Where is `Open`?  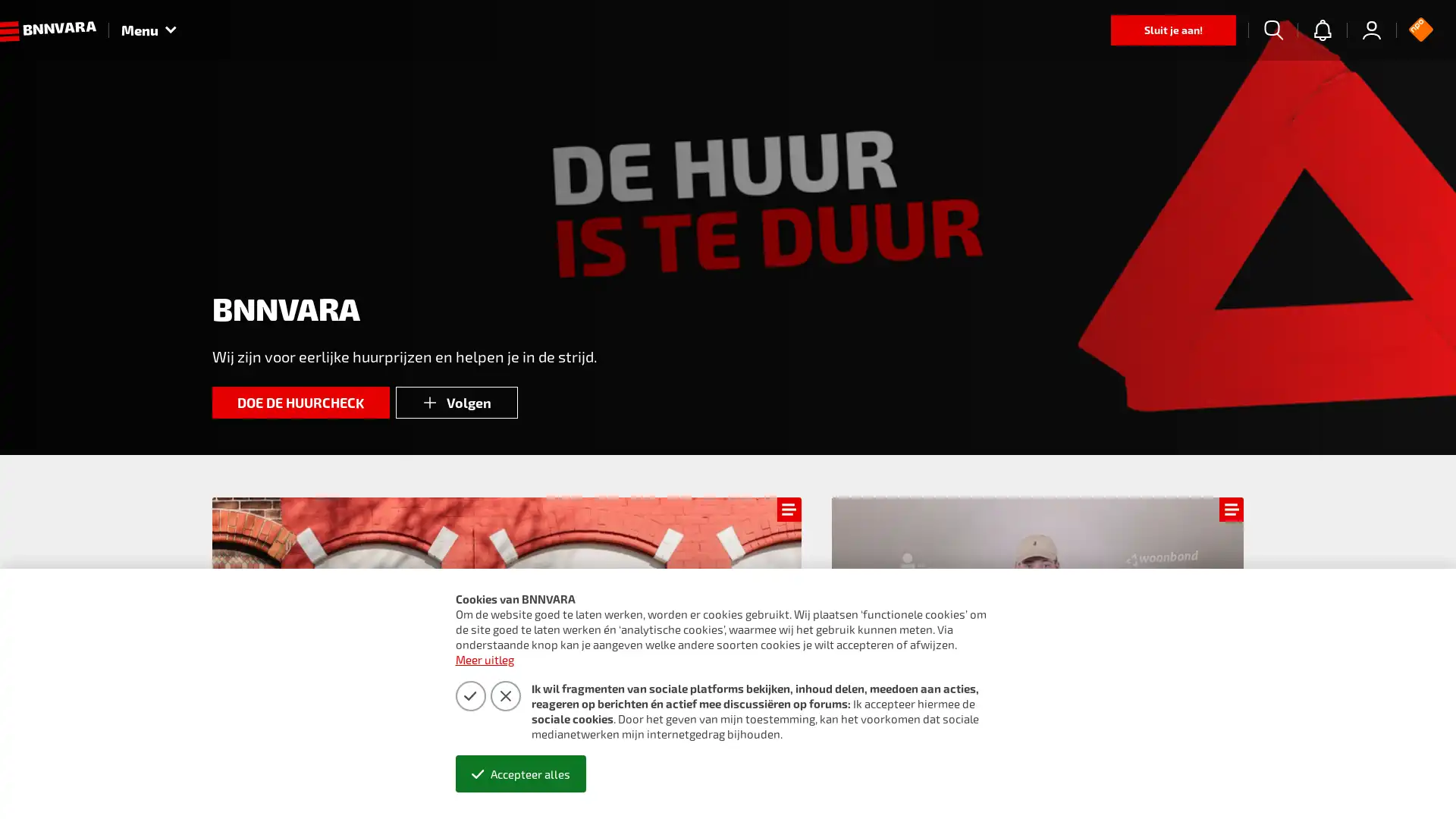 Open is located at coordinates (1410, 778).